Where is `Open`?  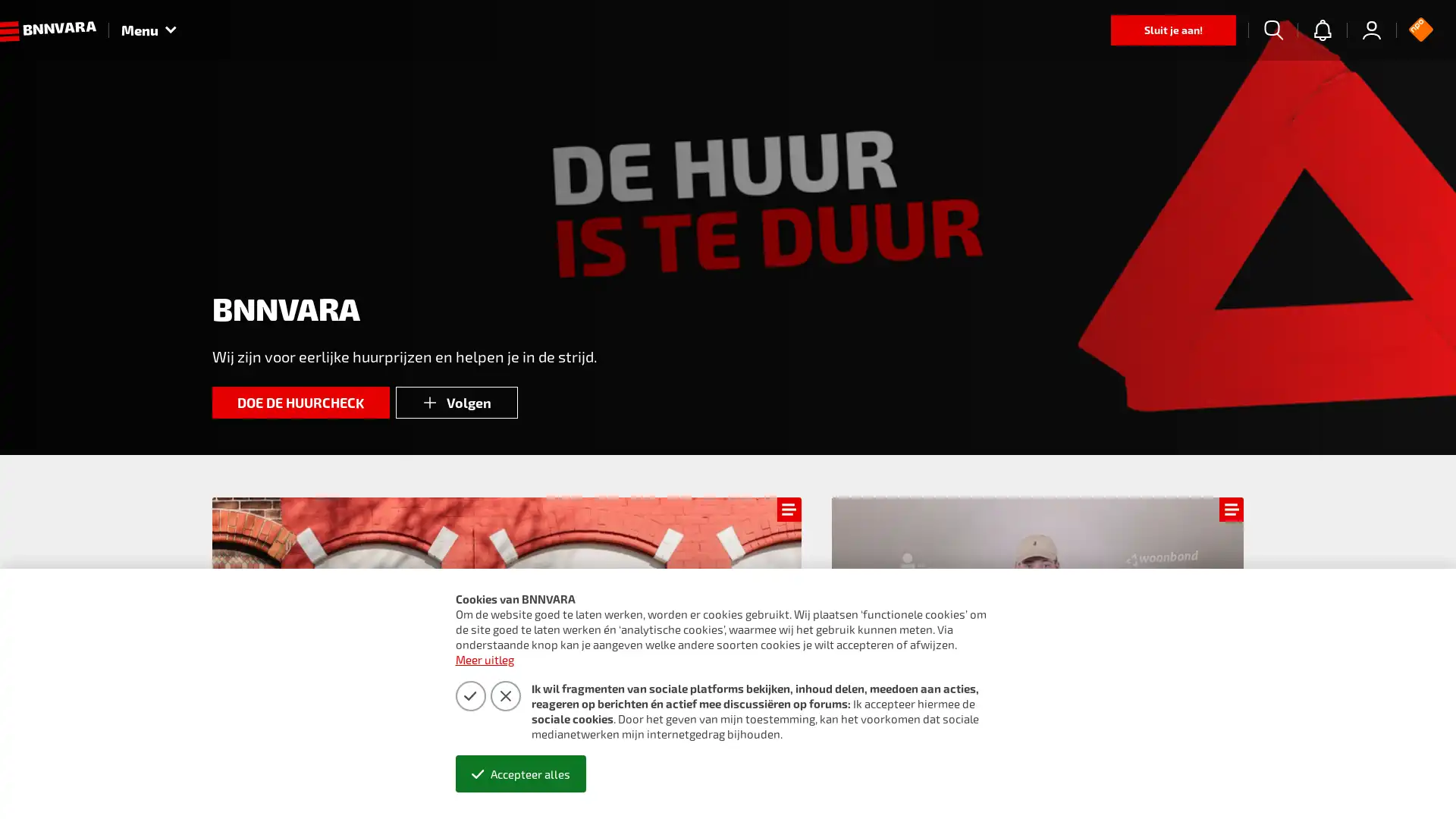 Open is located at coordinates (1410, 778).